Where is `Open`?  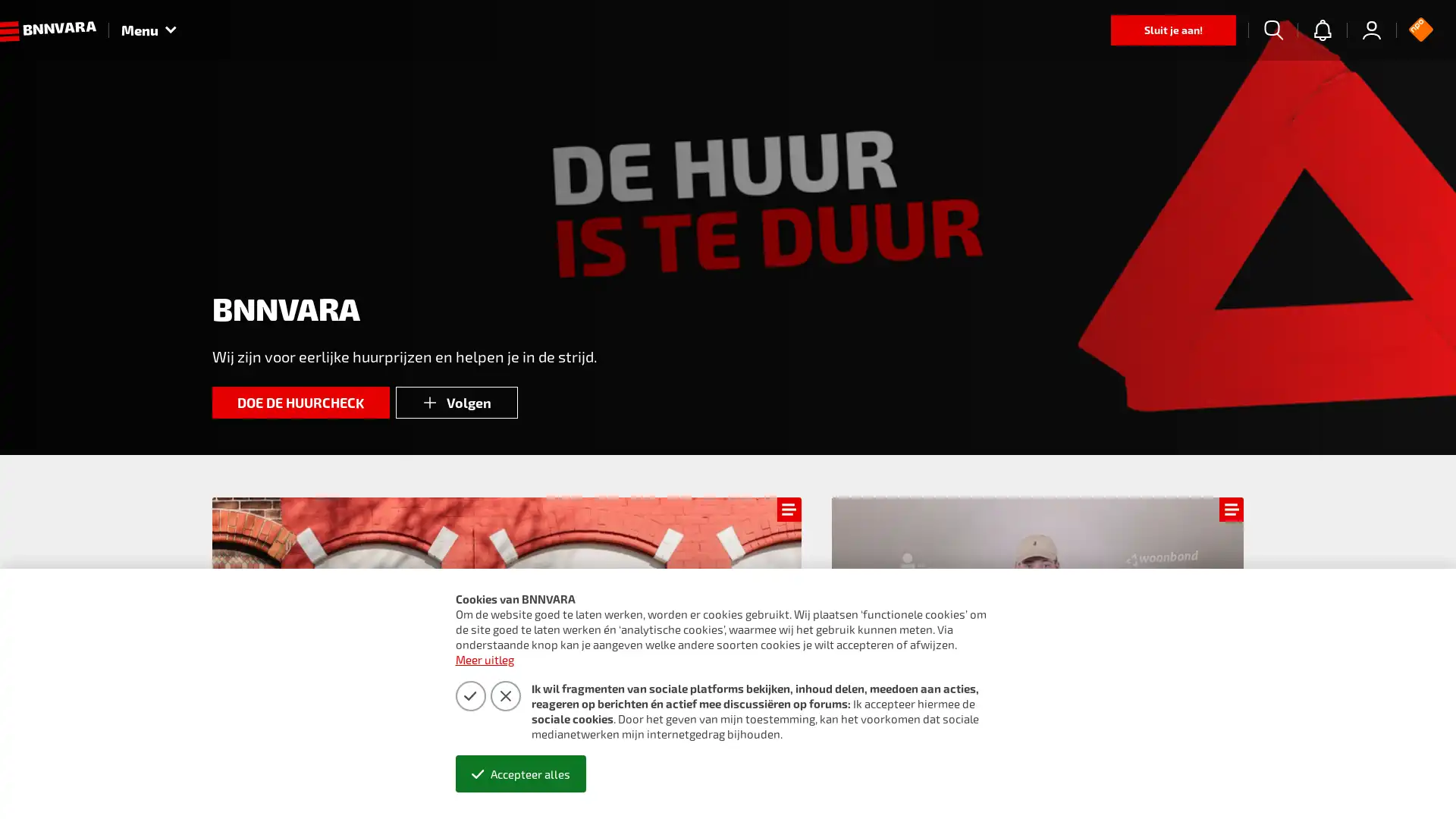 Open is located at coordinates (1410, 778).